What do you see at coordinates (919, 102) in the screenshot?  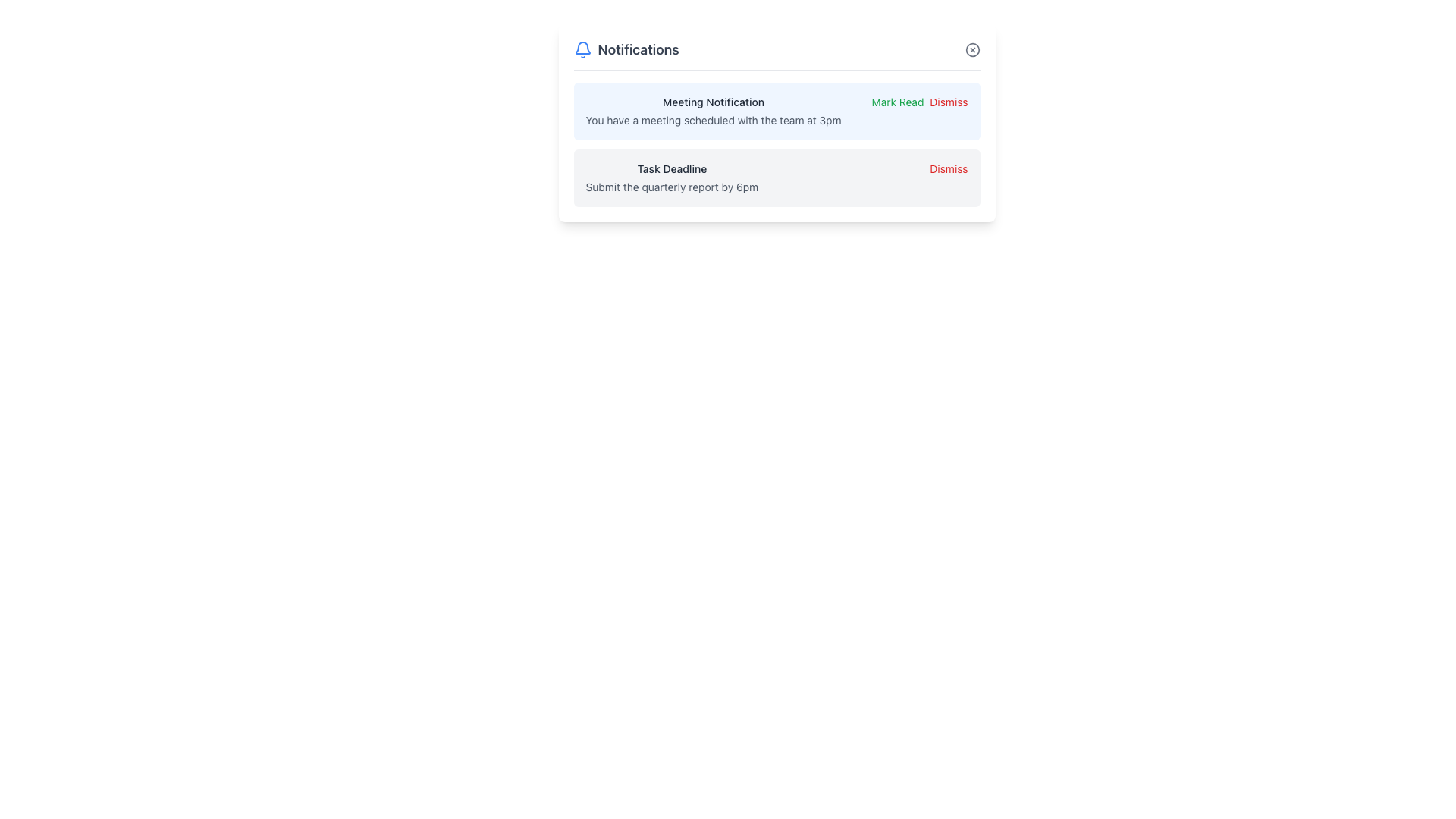 I see `the 'Mark Read' button in the Horizontal button group to mark the 'Meeting Notification' as read` at bounding box center [919, 102].